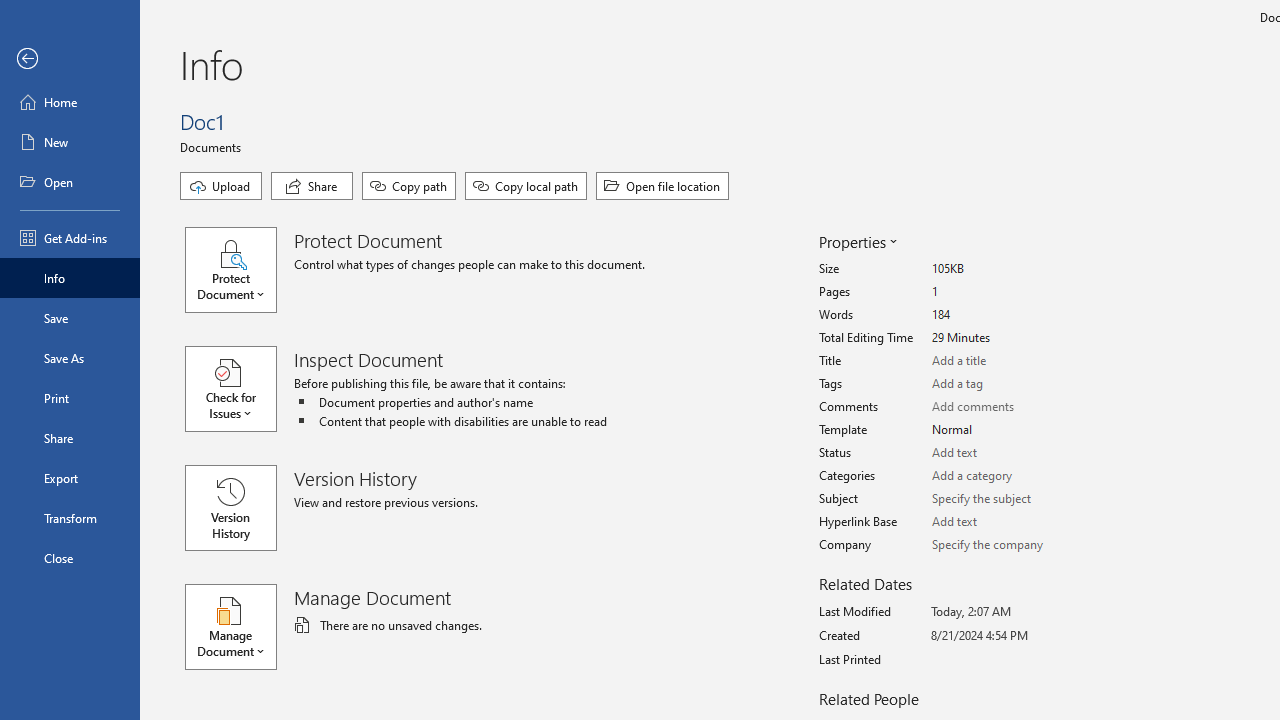  What do you see at coordinates (526, 186) in the screenshot?
I see `'Copy local path'` at bounding box center [526, 186].